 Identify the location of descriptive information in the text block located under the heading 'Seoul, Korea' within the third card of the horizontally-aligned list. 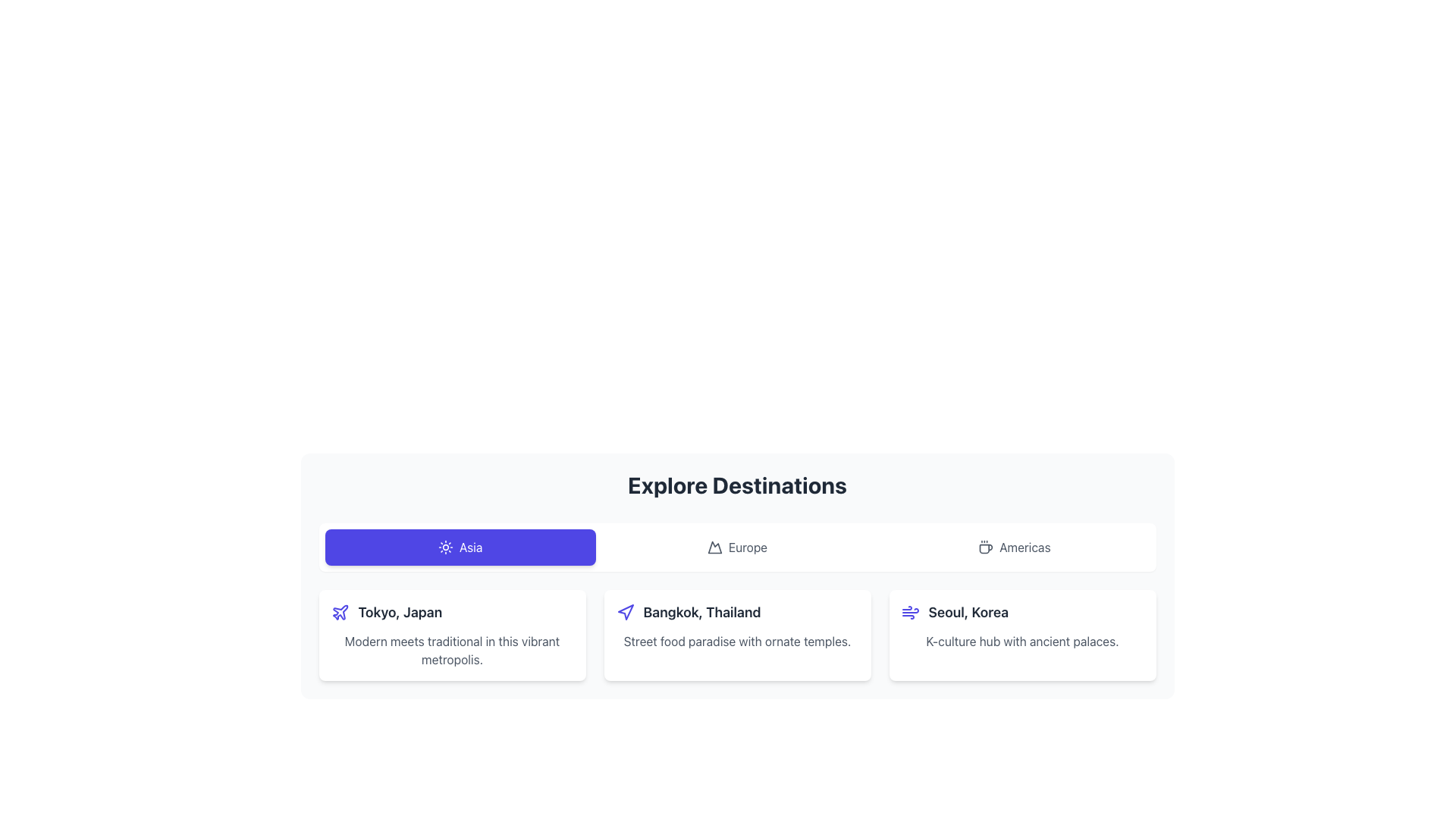
(1022, 641).